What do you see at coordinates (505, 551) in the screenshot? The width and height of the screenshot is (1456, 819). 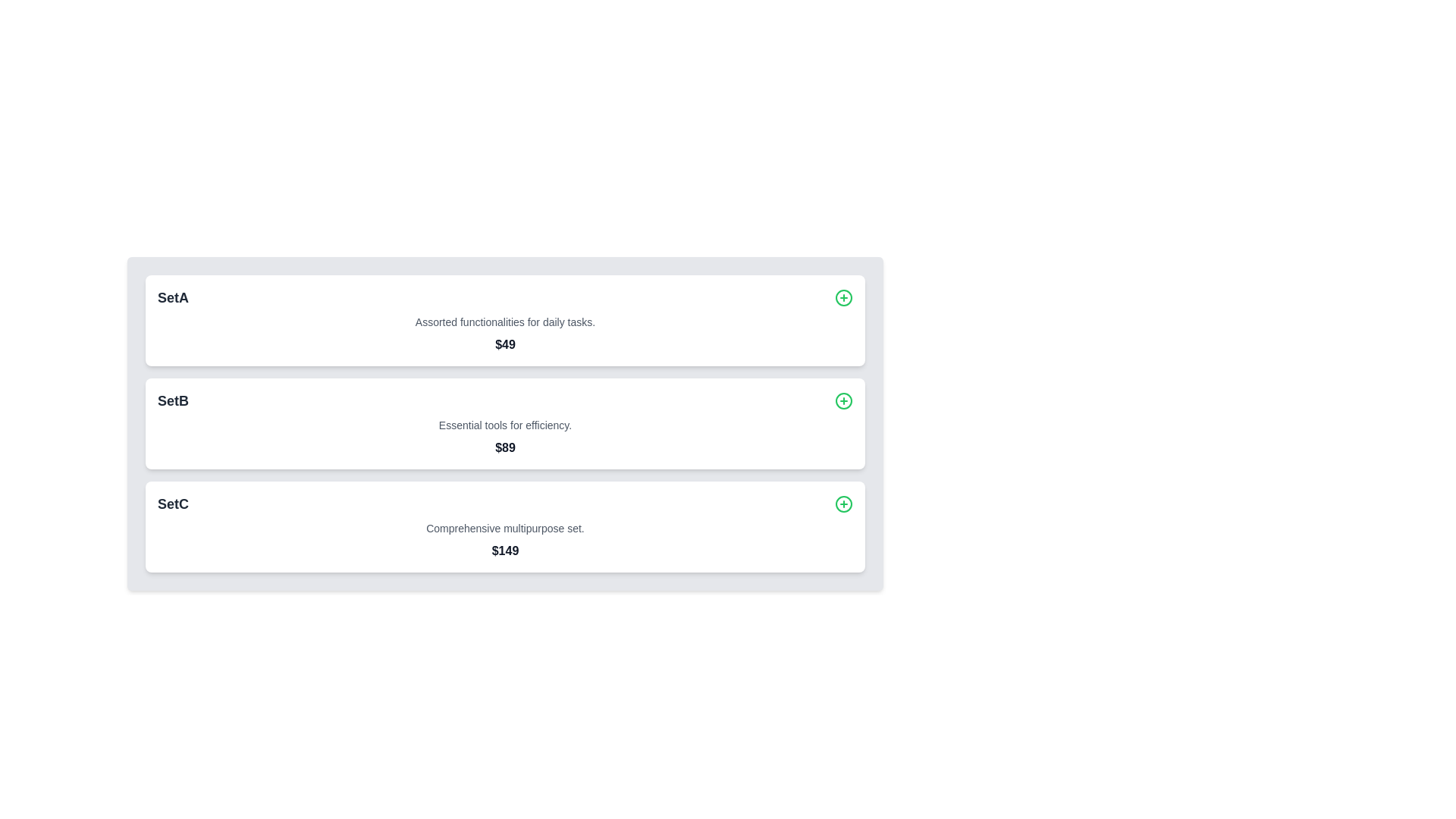 I see `the price text displaying '$149' located beneath the description 'Comprehensive multipurpose set' in the bottom section of the 'SetC' item card` at bounding box center [505, 551].